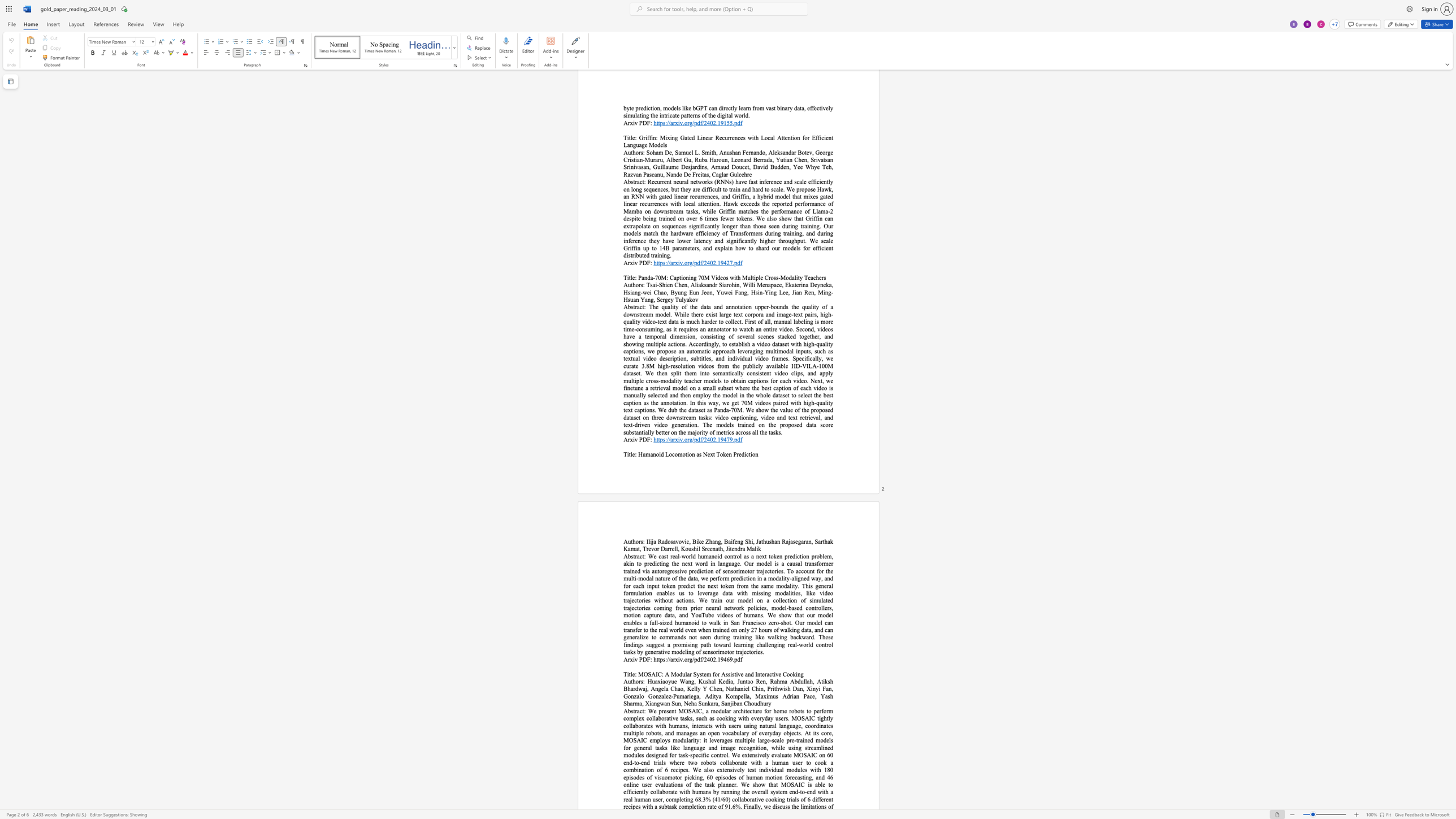 Image resolution: width=1456 pixels, height=819 pixels. Describe the element at coordinates (635, 659) in the screenshot. I see `the space between the continuous character "i" and "v" in the text` at that location.